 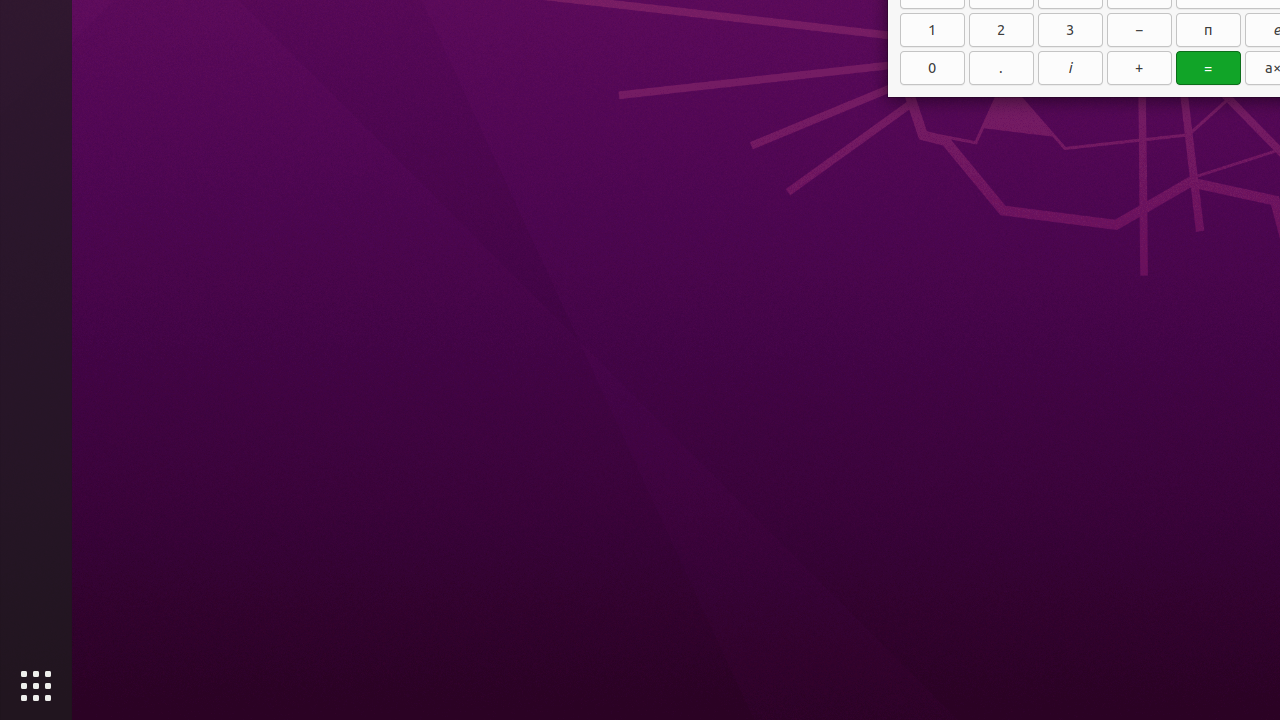 What do you see at coordinates (1207, 66) in the screenshot?
I see `'='` at bounding box center [1207, 66].